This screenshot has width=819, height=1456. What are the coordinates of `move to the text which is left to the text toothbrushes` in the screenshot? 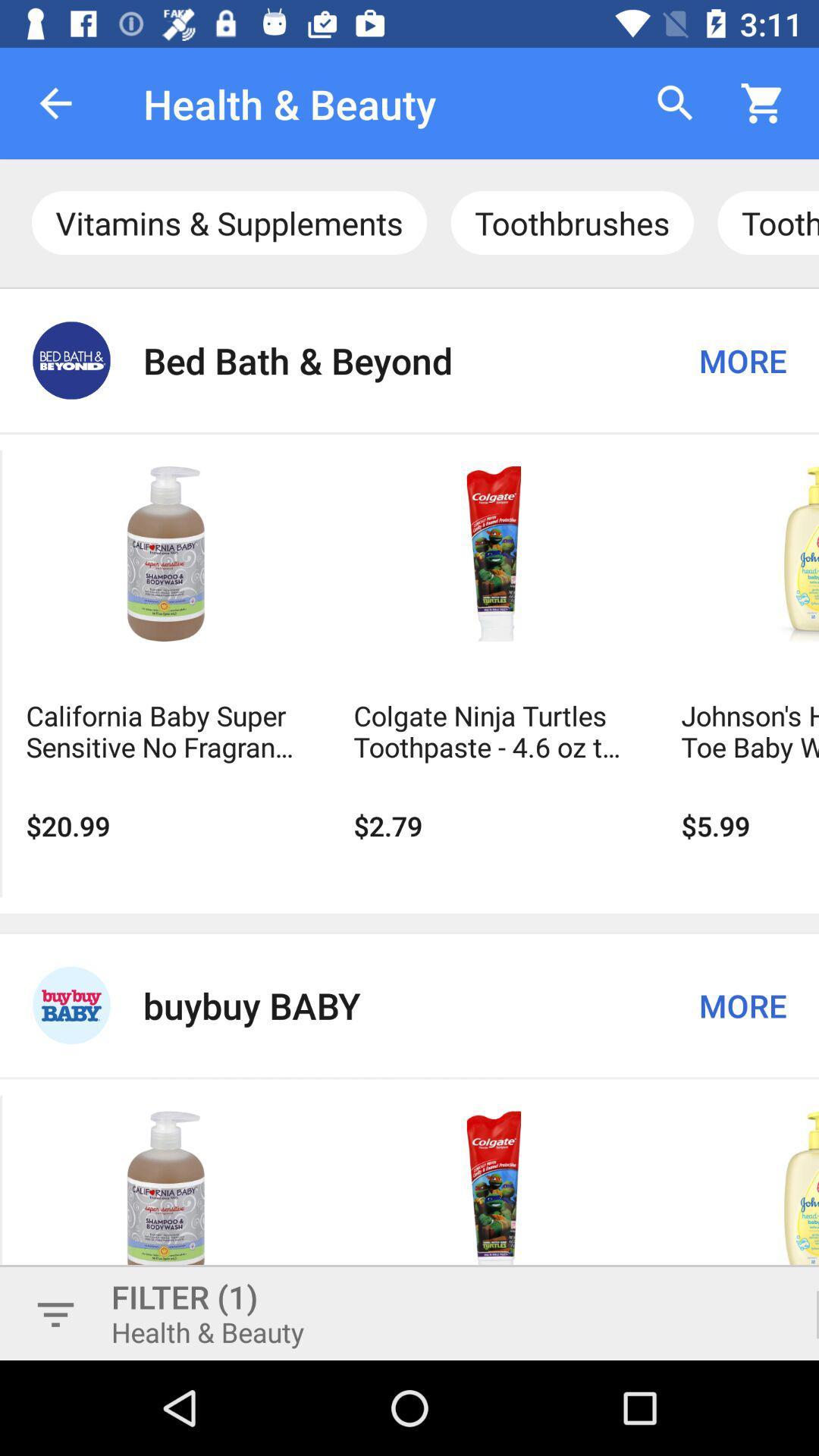 It's located at (229, 221).